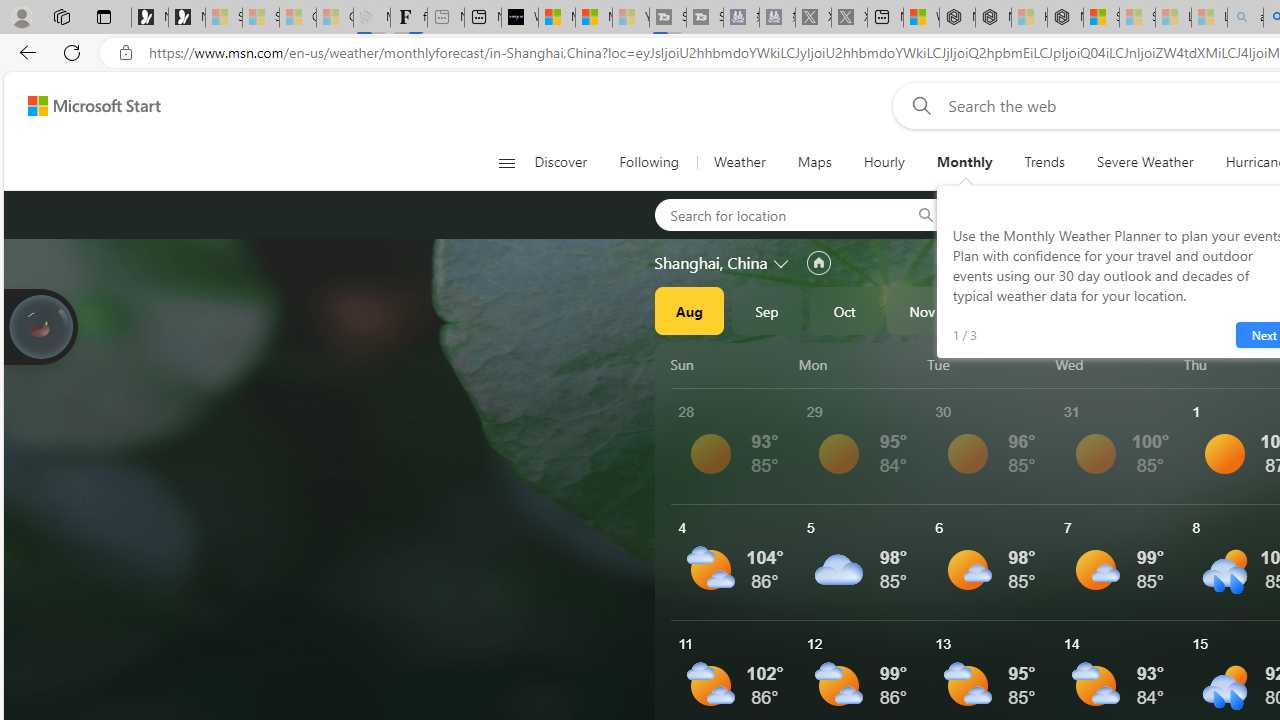 Image resolution: width=1280 pixels, height=720 pixels. I want to click on 'Web search', so click(916, 105).